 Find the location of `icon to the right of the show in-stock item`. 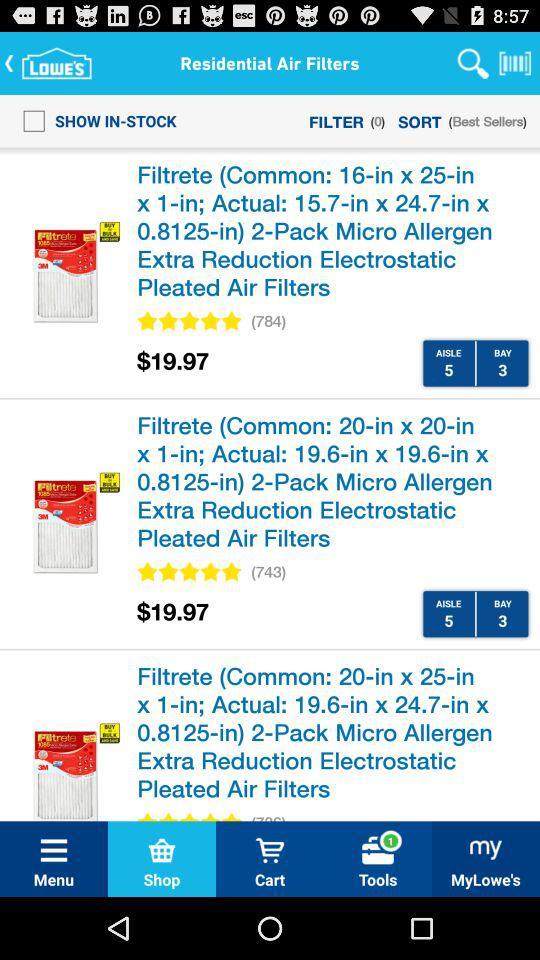

icon to the right of the show in-stock item is located at coordinates (336, 120).